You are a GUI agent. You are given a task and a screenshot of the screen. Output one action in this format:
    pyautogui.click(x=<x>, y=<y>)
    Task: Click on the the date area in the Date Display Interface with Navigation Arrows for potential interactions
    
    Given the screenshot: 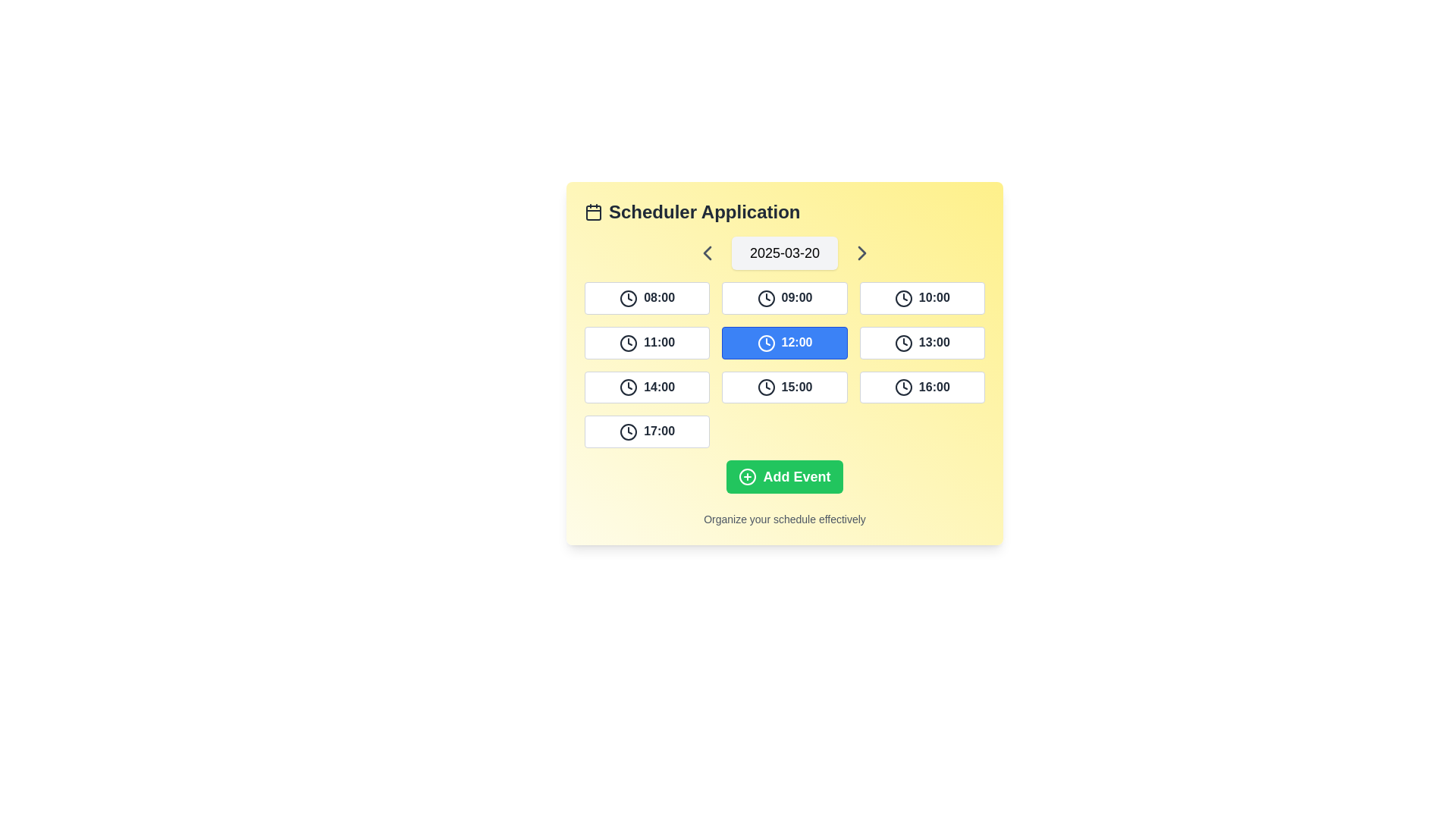 What is the action you would take?
    pyautogui.click(x=785, y=253)
    